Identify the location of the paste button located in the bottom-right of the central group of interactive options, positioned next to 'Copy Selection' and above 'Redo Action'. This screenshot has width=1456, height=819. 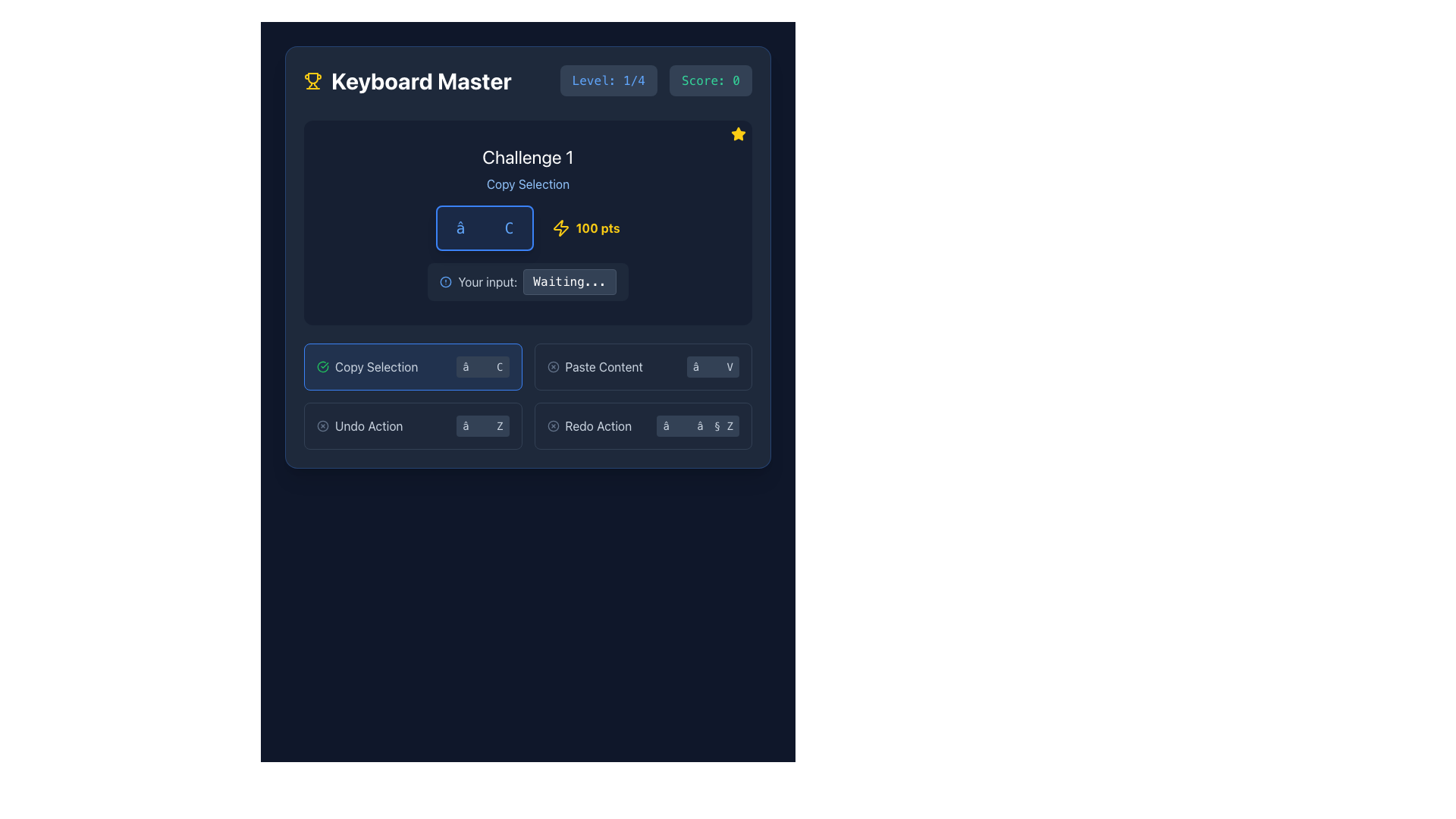
(643, 366).